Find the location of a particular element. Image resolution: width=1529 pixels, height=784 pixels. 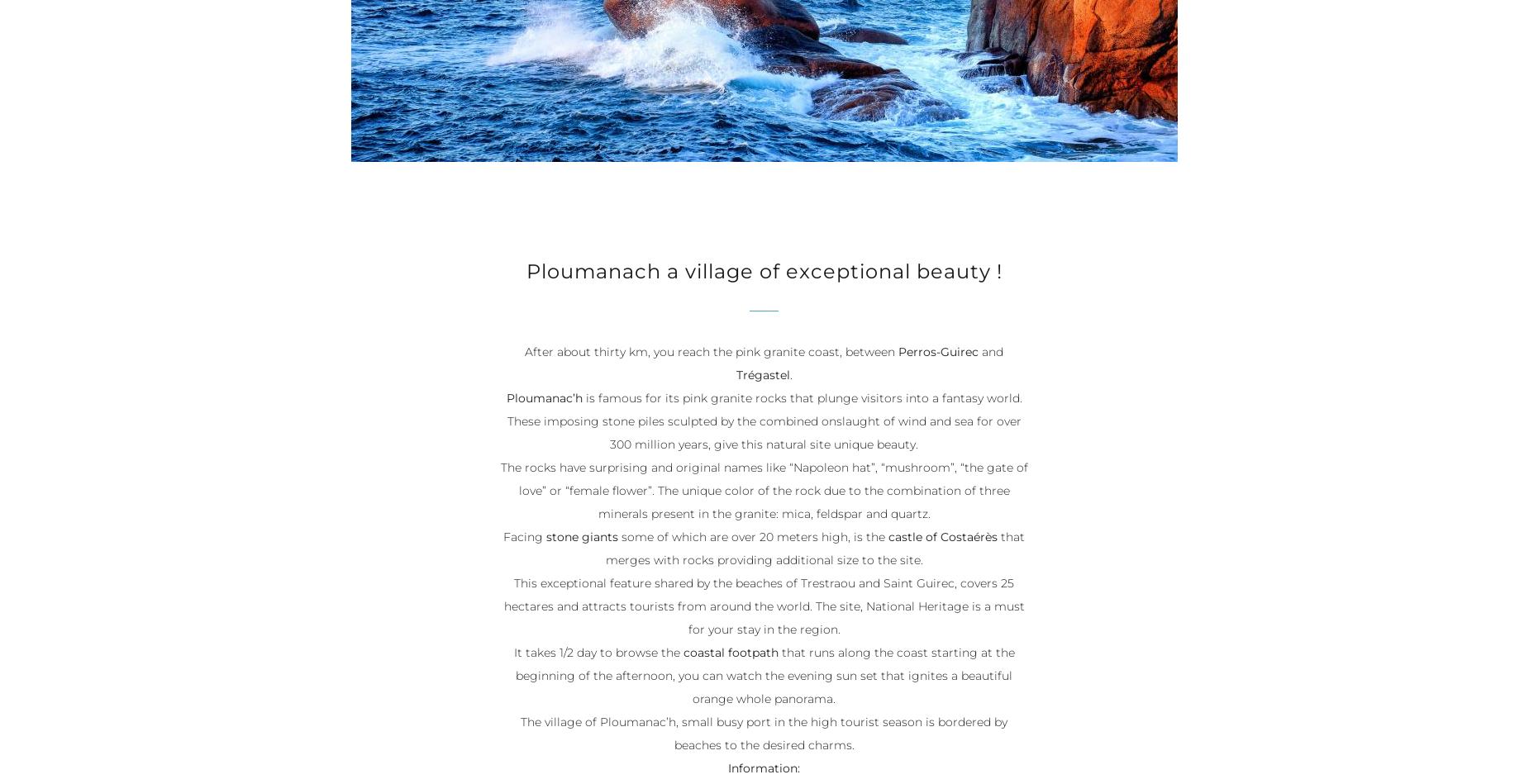

'is famous for its pink granite rocks that plunge visitors into a fantasy world. These imposing stone piles sculpted by the combined onslaught of wind and sea for over 300 million years, give this natural site unique beauty.' is located at coordinates (764, 421).